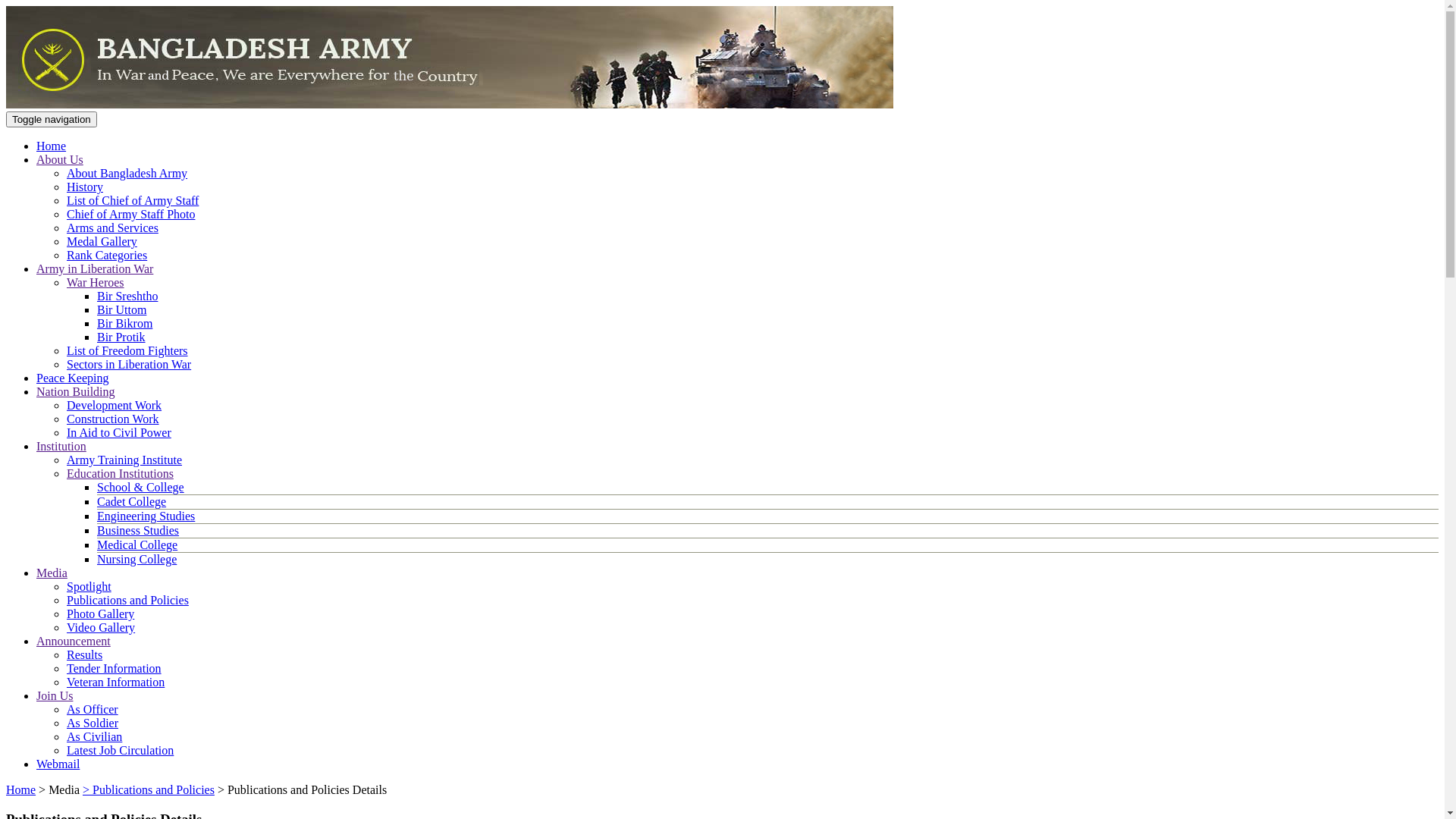  I want to click on 'Tender Information', so click(113, 667).